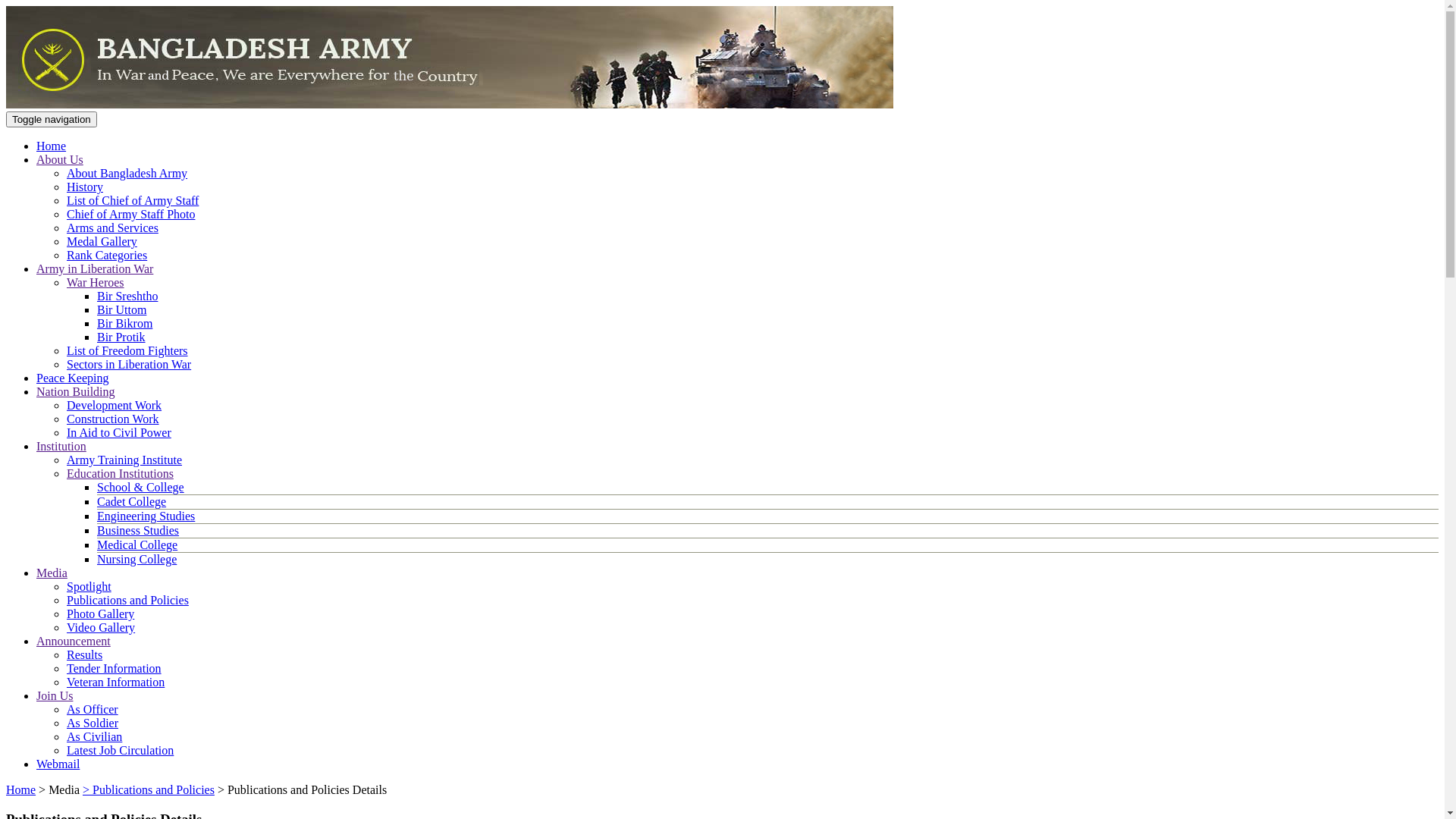  I want to click on 'Tender Information', so click(113, 667).